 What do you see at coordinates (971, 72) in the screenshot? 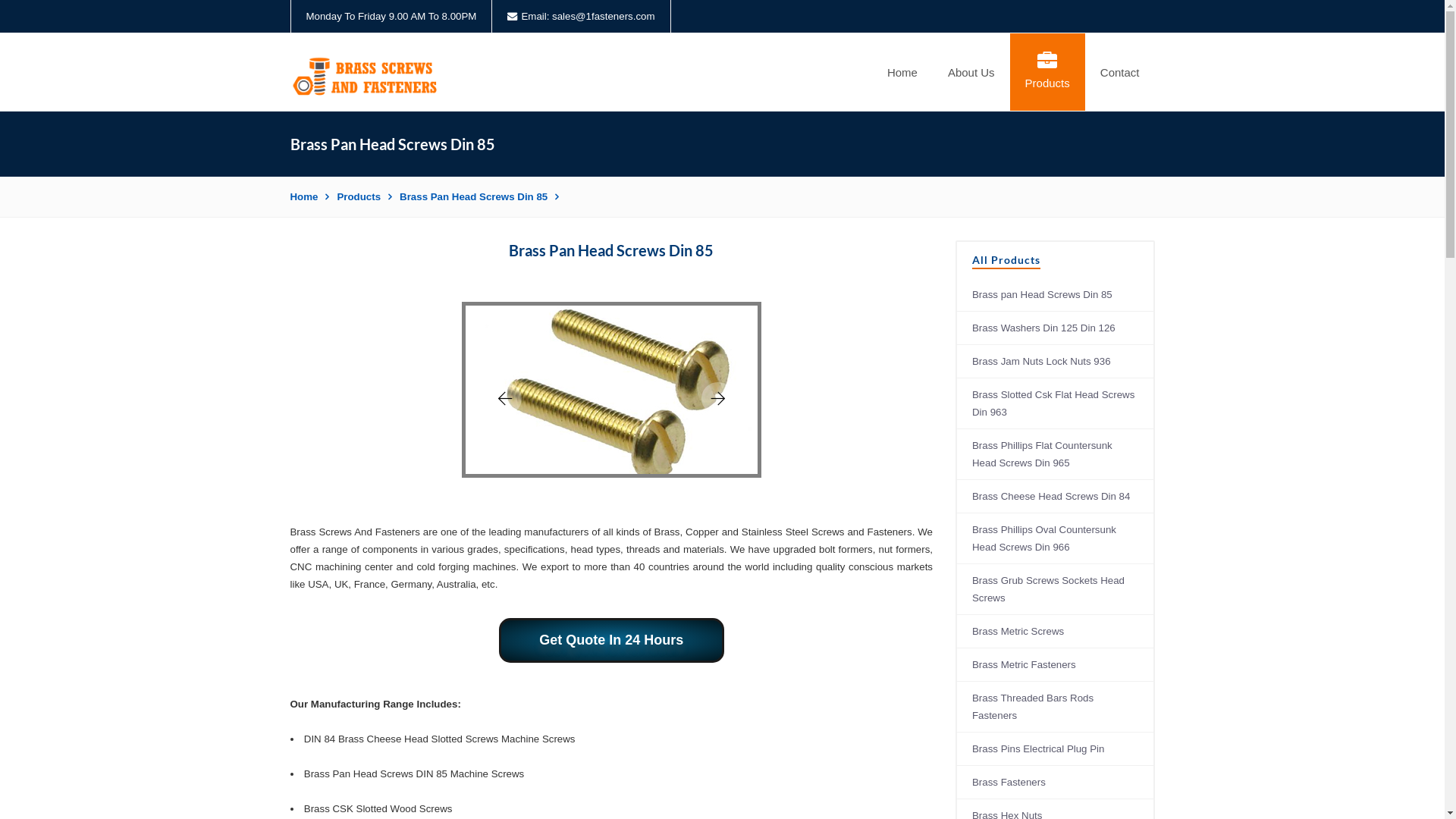
I see `'About Us'` at bounding box center [971, 72].